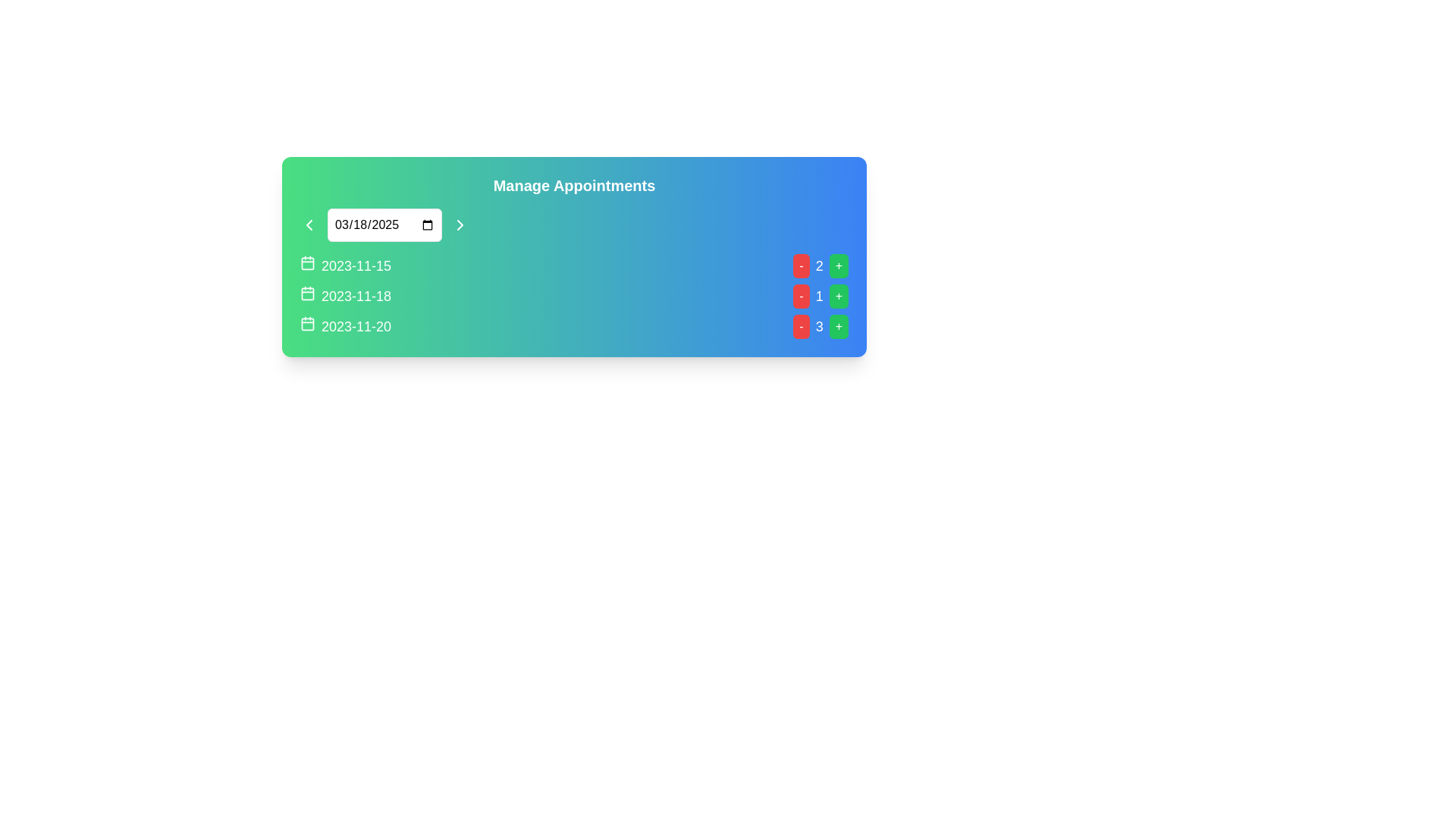 The image size is (1456, 819). I want to click on the static numeric text '1' displayed on a blue rectangle background, which is positioned between a red '-' button and a green '+' button, so click(818, 296).